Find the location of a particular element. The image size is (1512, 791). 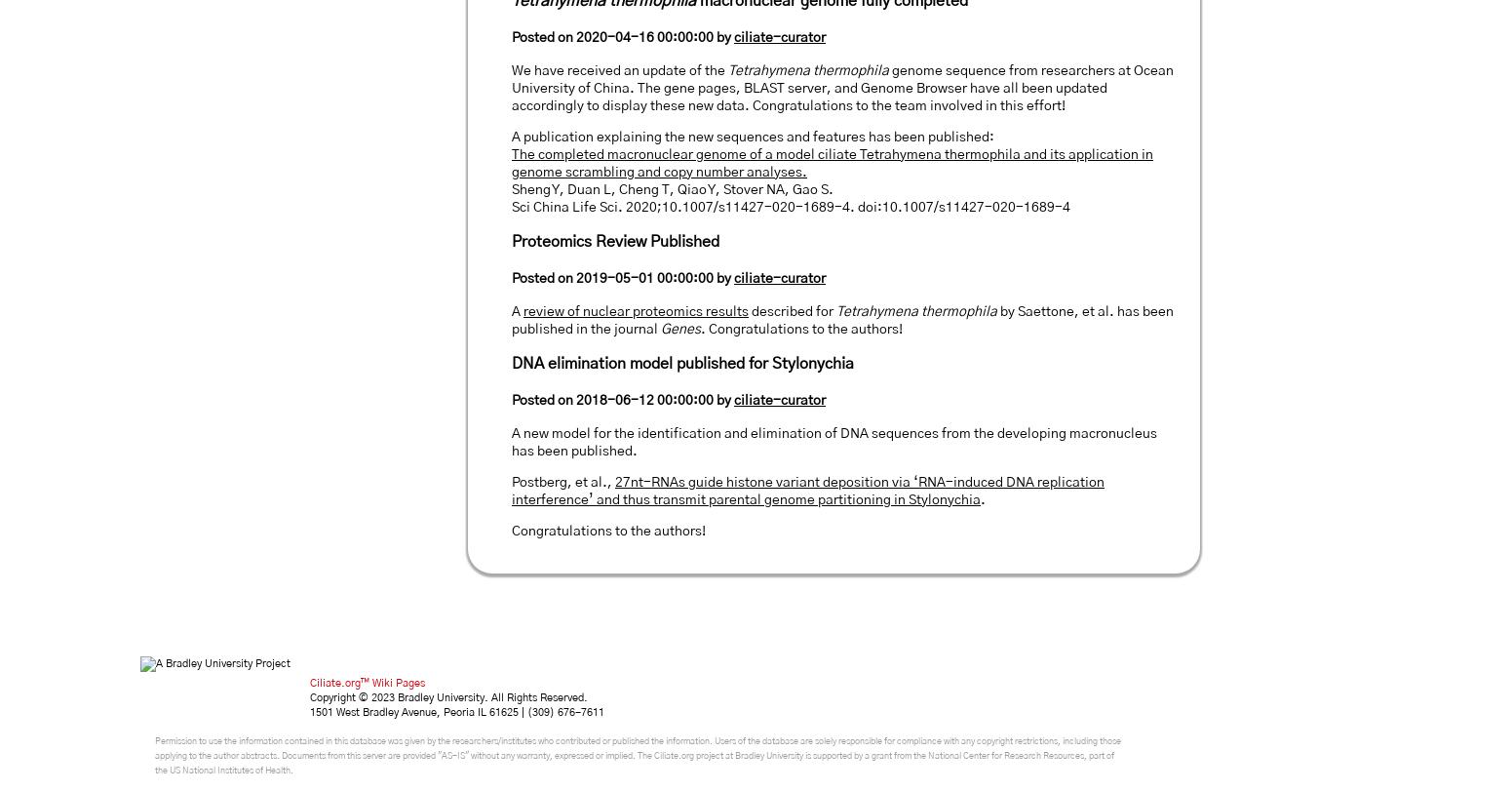

'We have received an update of the' is located at coordinates (512, 70).